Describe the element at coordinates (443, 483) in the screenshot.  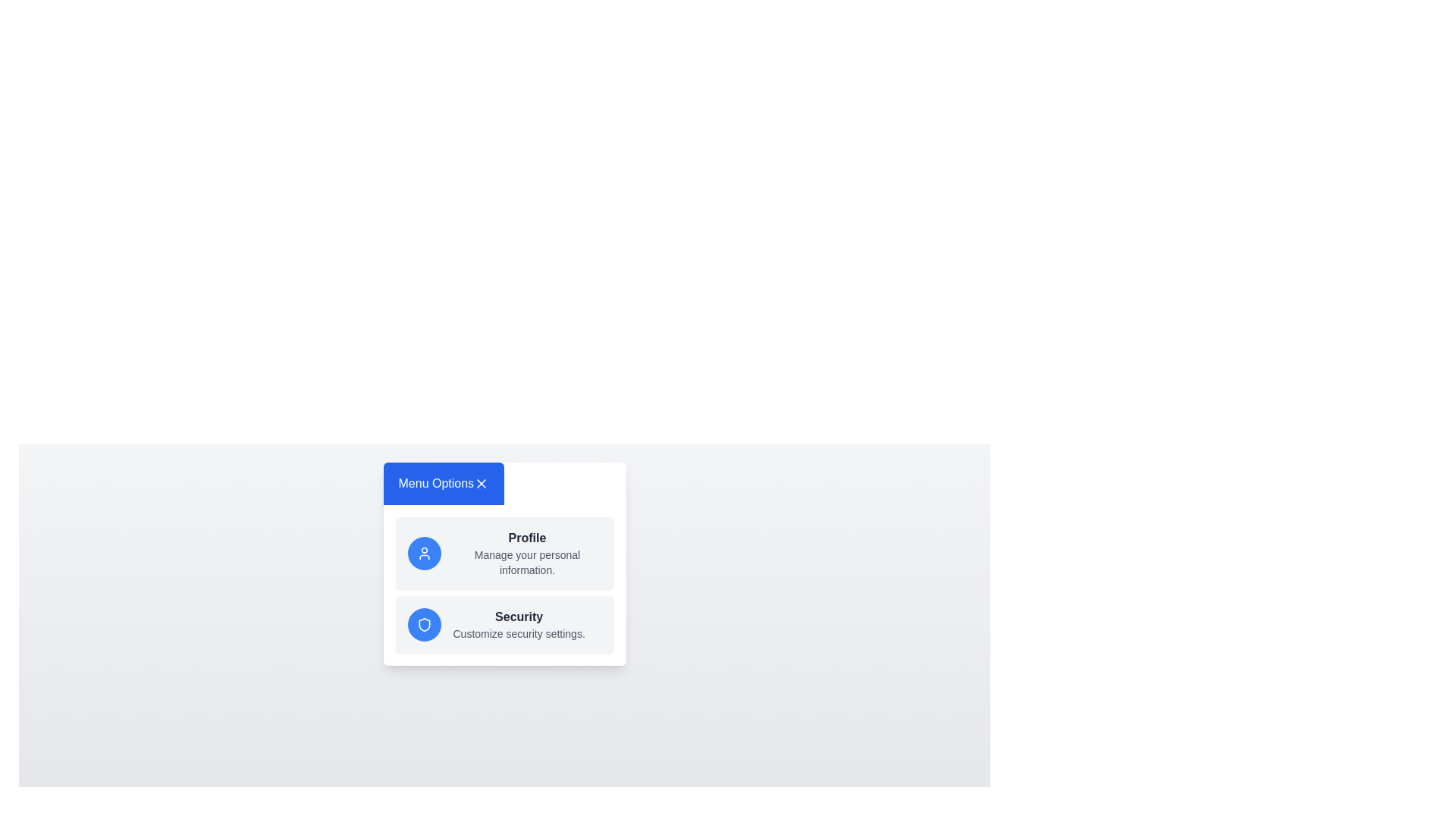
I see `the 'Menu Options' button to toggle the menu state` at that location.